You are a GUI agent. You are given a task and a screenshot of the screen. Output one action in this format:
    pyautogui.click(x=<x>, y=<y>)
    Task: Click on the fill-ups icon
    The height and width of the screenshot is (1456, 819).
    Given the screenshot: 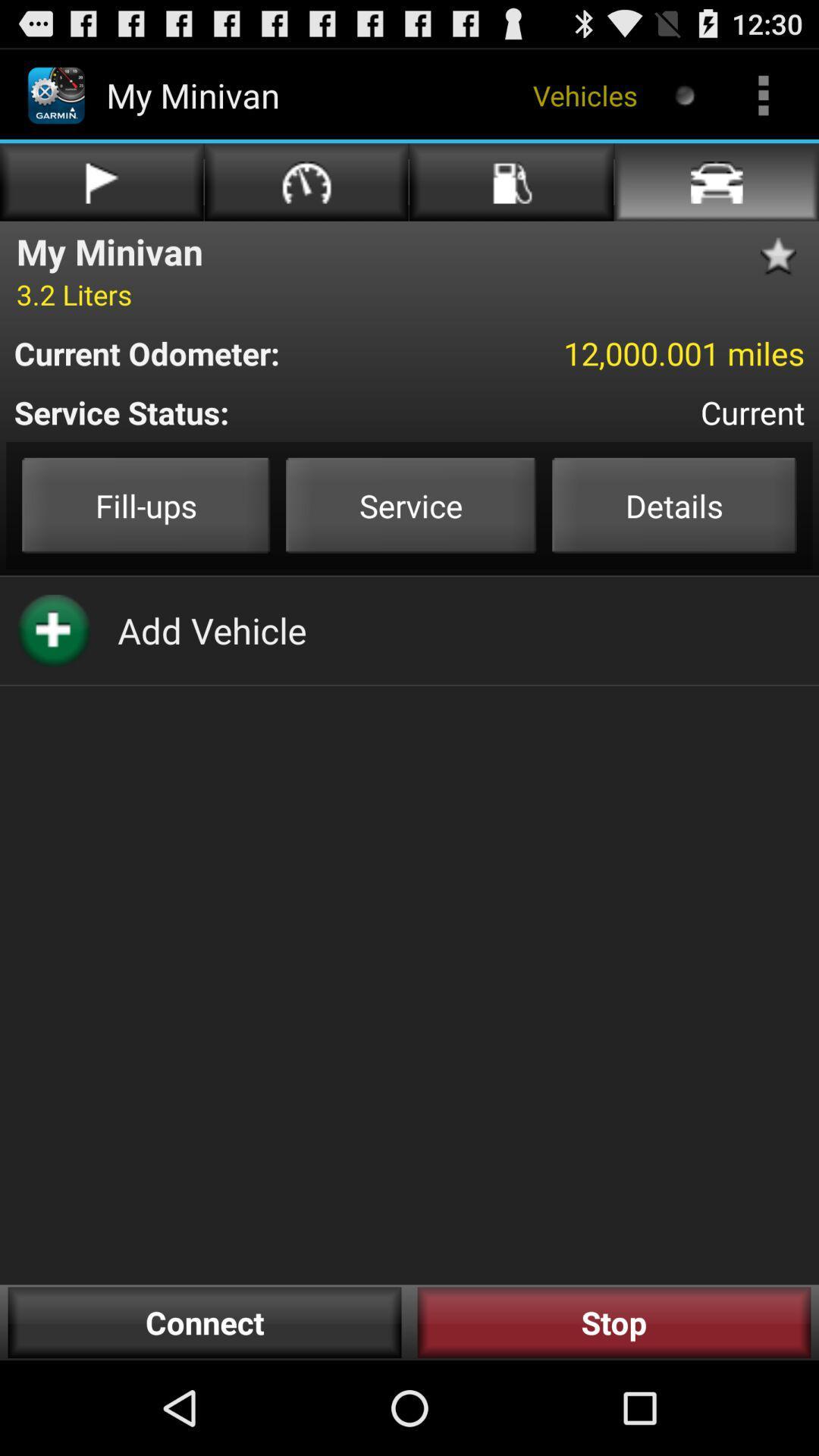 What is the action you would take?
    pyautogui.click(x=146, y=505)
    